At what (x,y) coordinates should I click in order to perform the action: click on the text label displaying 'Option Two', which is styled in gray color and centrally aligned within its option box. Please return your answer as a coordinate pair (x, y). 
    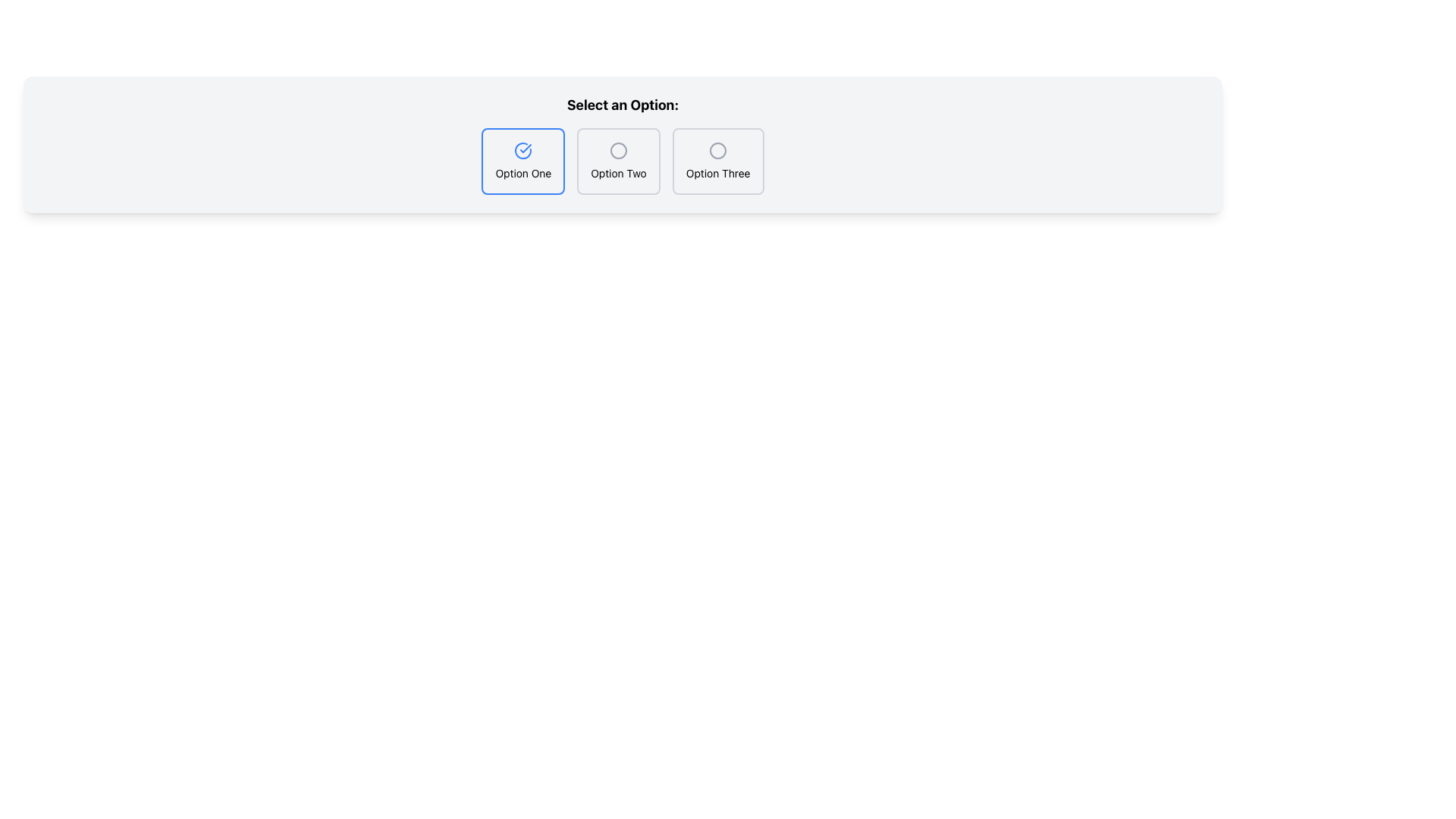
    Looking at the image, I should click on (619, 172).